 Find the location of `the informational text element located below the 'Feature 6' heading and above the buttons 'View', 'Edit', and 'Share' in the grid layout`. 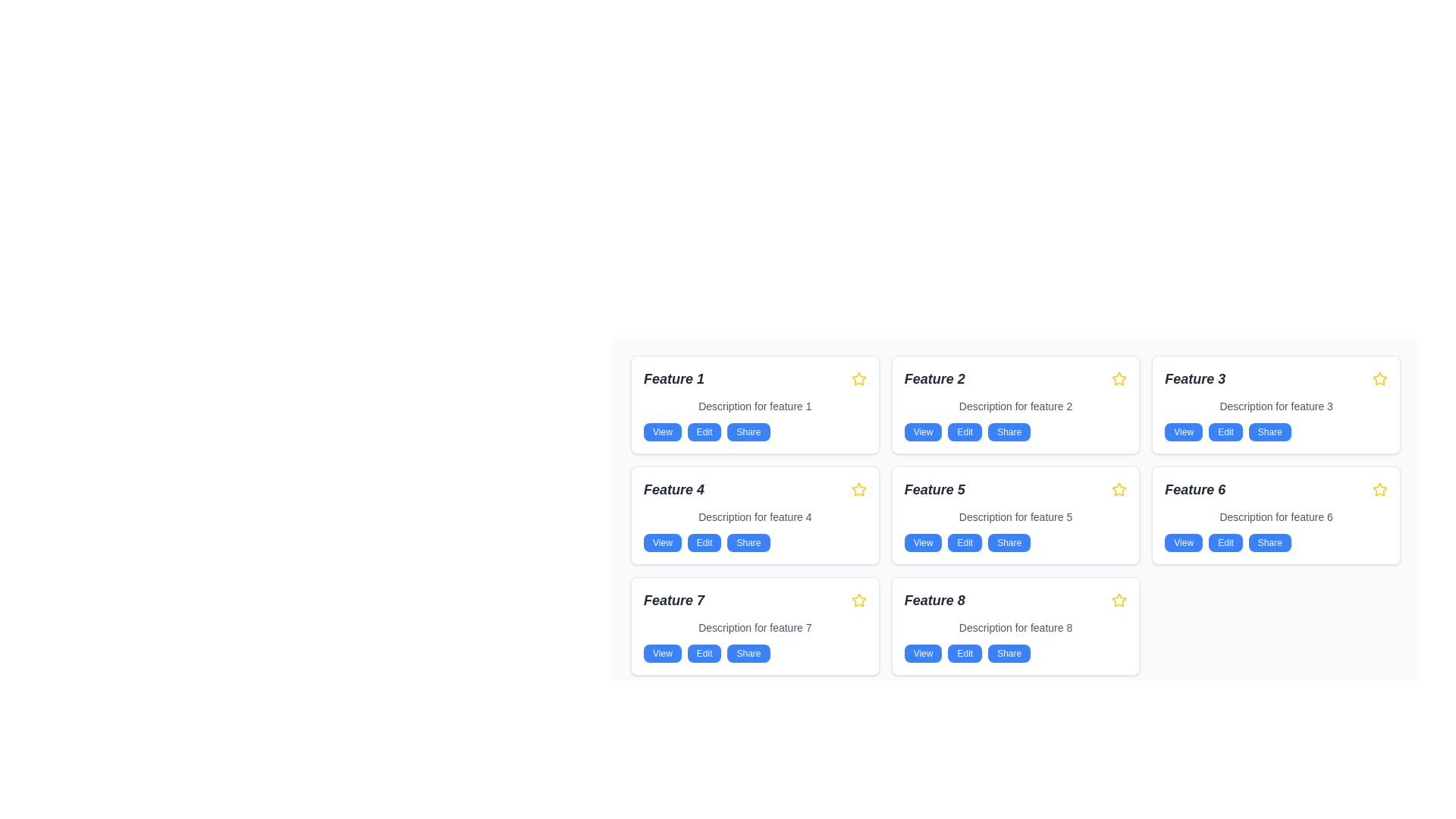

the informational text element located below the 'Feature 6' heading and above the buttons 'View', 'Edit', and 'Share' in the grid layout is located at coordinates (1276, 516).